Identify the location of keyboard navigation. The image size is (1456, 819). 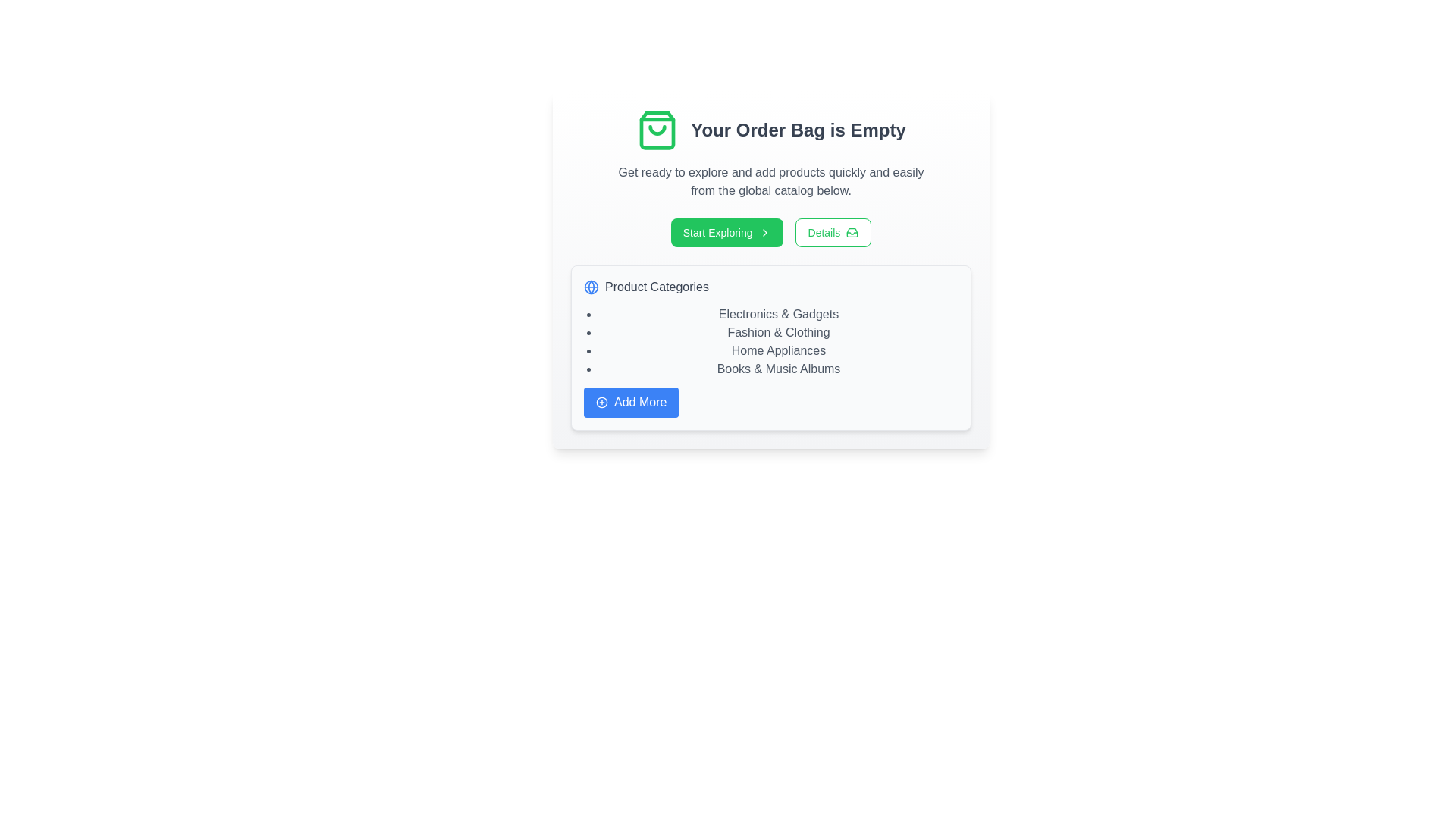
(726, 233).